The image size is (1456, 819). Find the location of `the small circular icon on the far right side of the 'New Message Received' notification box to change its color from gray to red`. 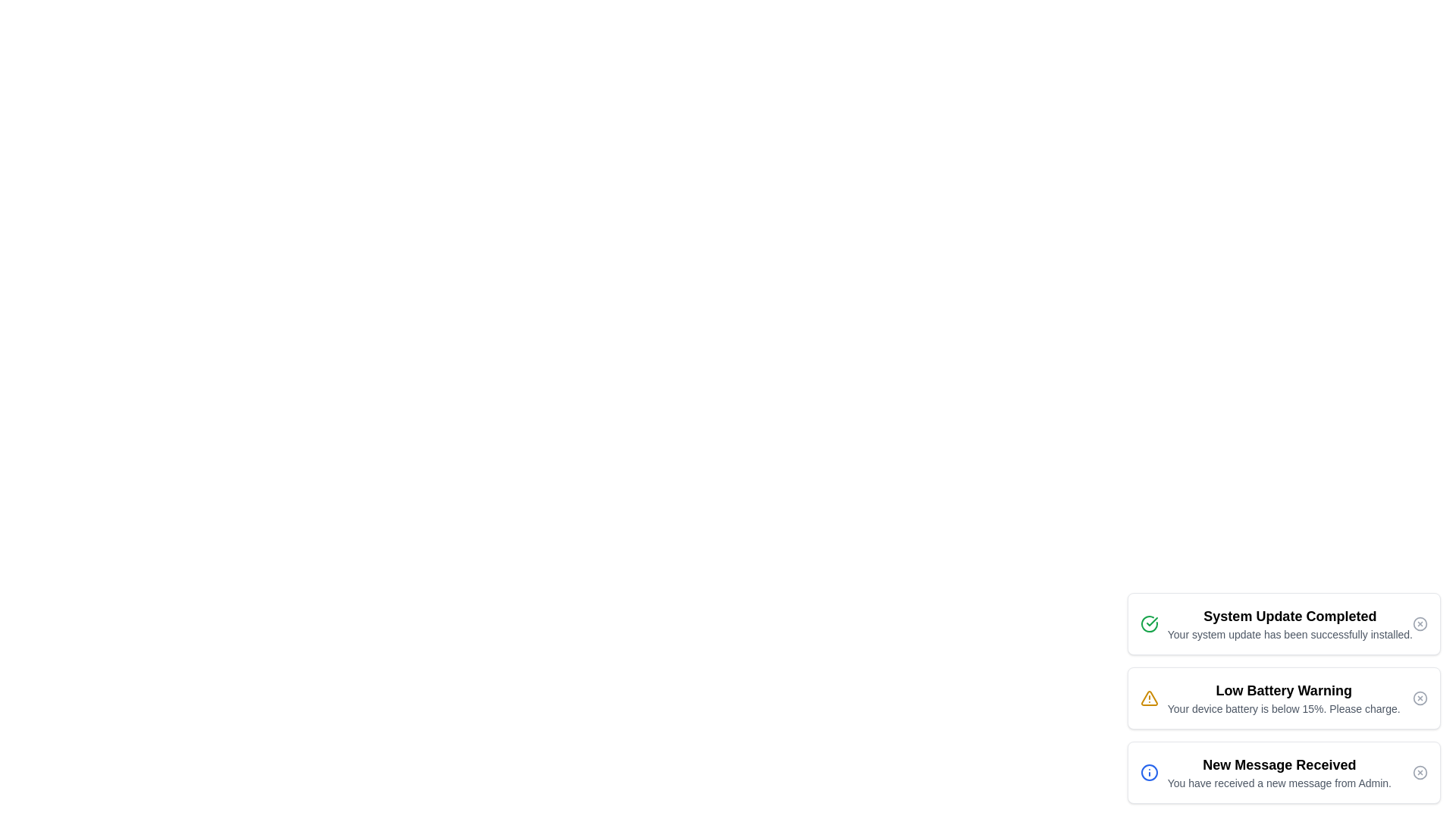

the small circular icon on the far right side of the 'New Message Received' notification box to change its color from gray to red is located at coordinates (1419, 772).